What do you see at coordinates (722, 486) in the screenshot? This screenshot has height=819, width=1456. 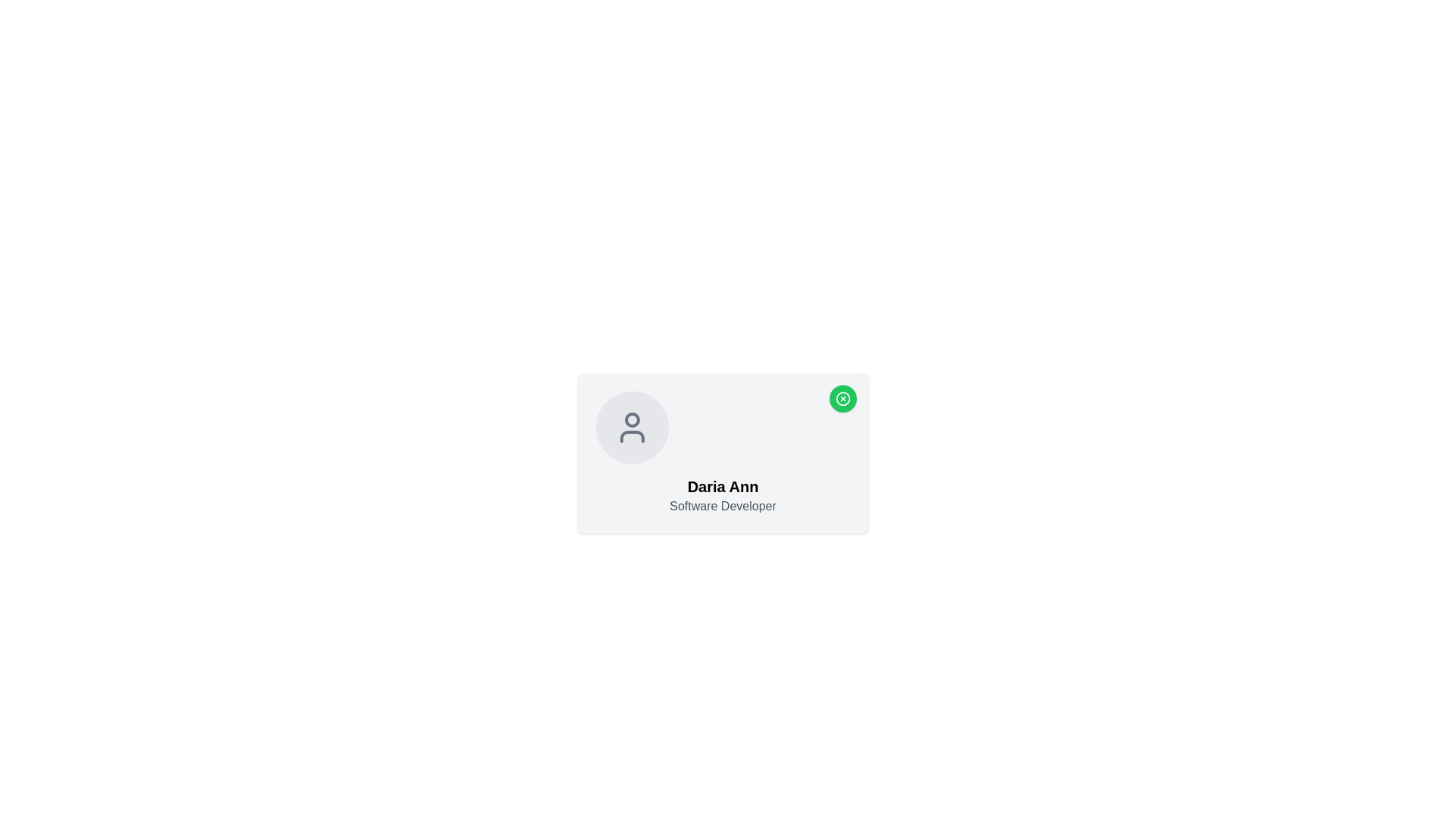 I see `the text label element displaying the name 'Daria Ann', which is styled in bold and large font, located centrally above the text 'Software Developer'` at bounding box center [722, 486].